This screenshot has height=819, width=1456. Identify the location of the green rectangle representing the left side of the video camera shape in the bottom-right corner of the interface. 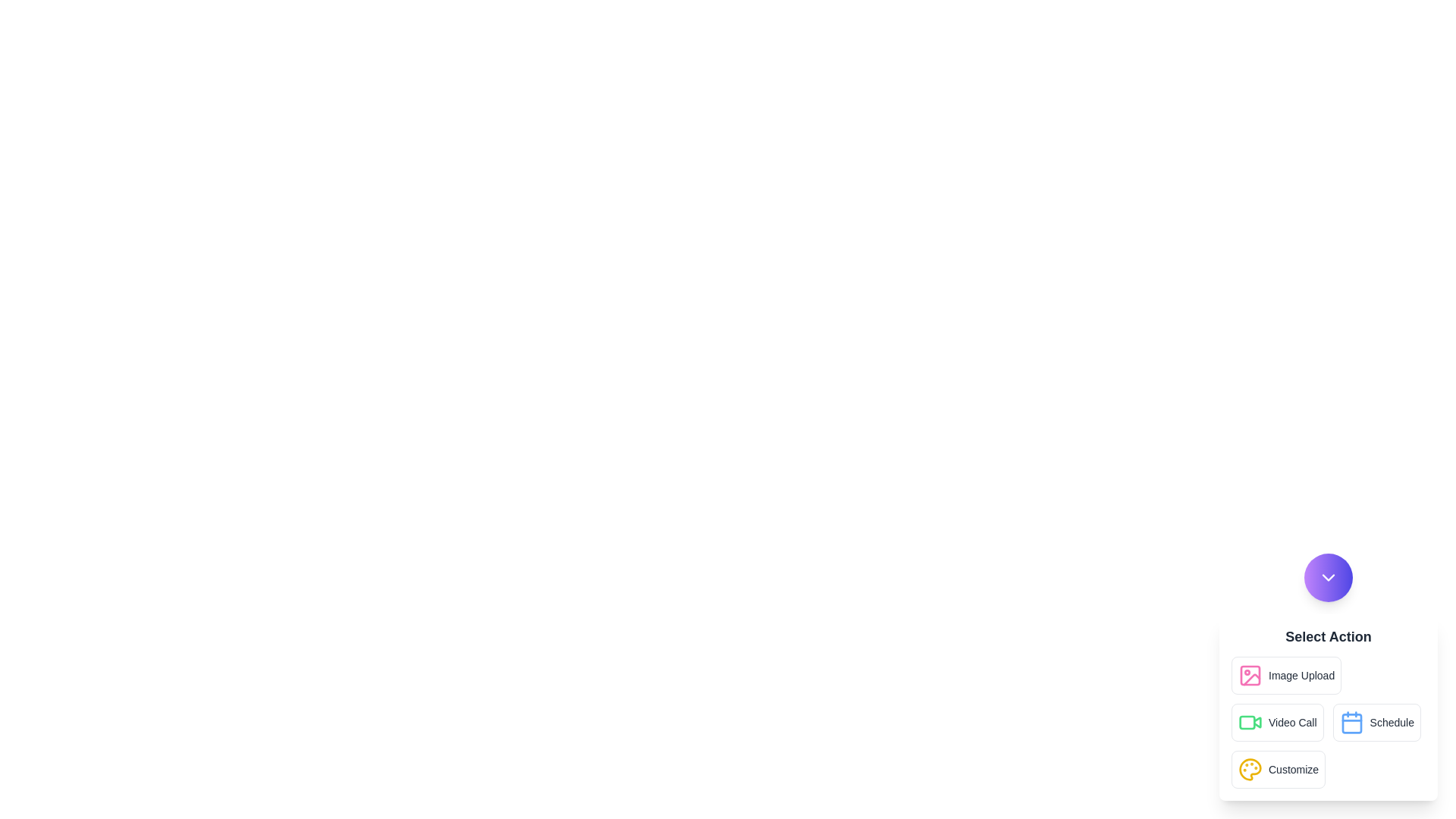
(1247, 721).